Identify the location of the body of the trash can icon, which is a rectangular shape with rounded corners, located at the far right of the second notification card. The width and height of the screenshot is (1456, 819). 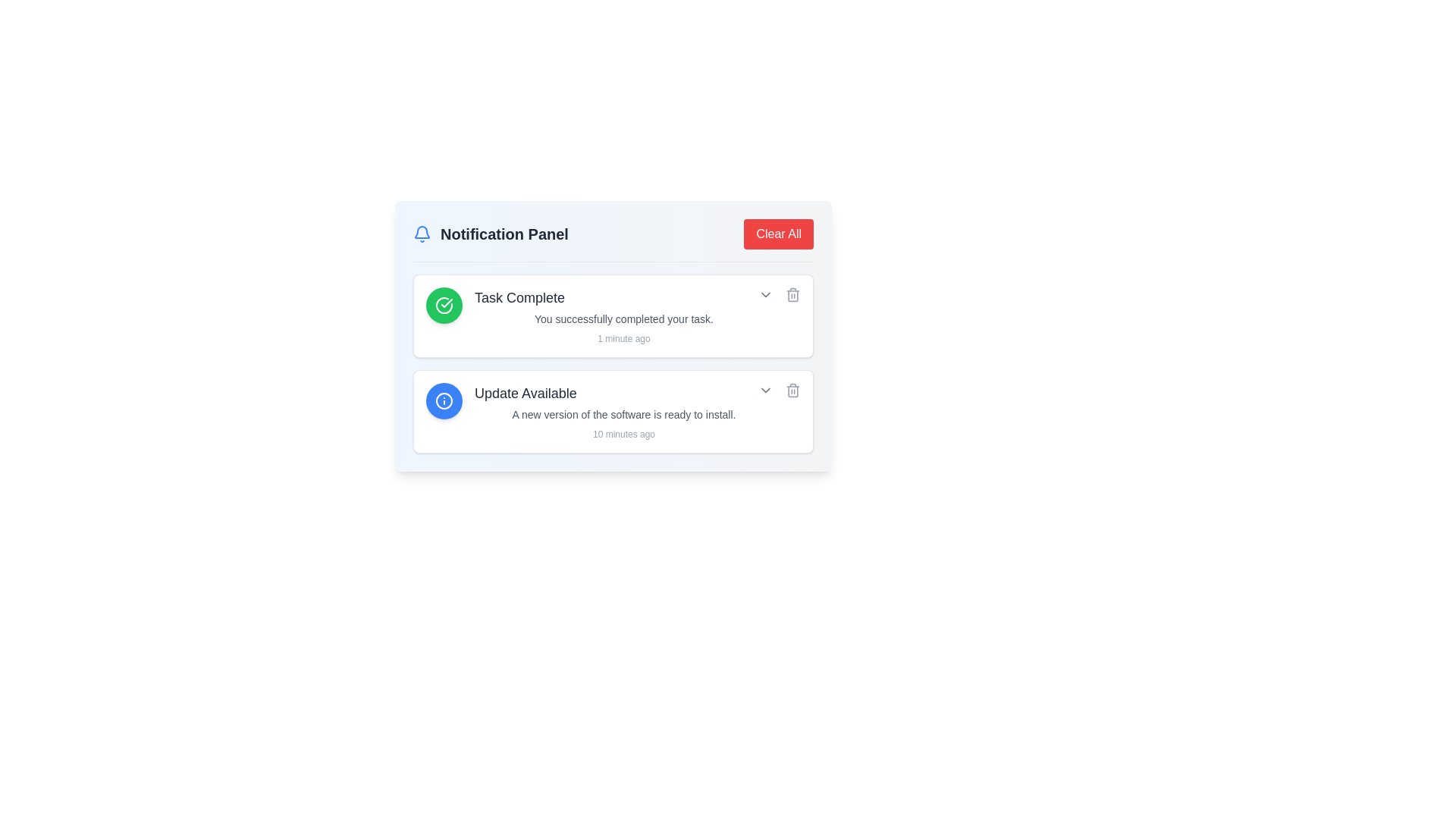
(792, 295).